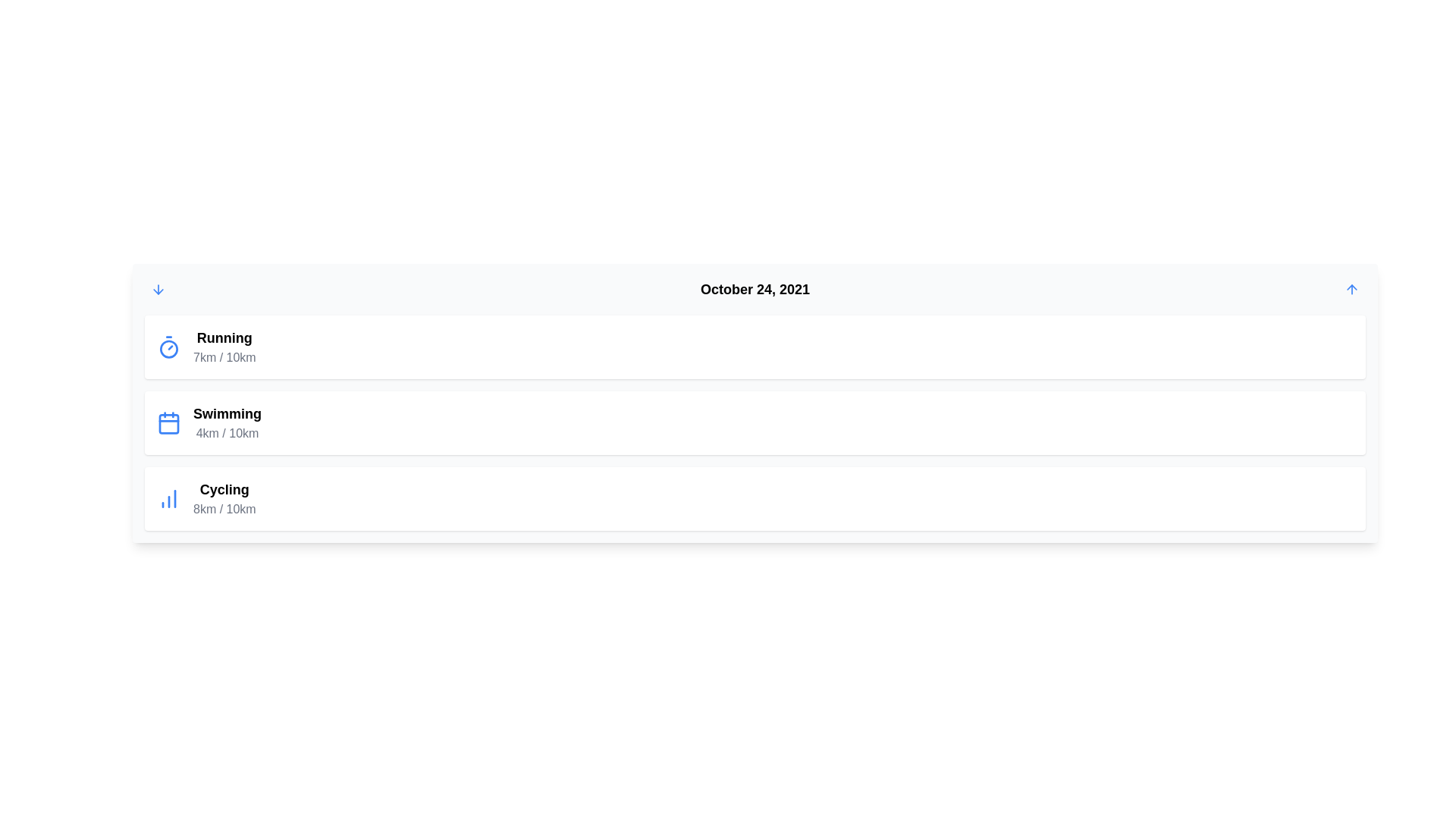 Image resolution: width=1456 pixels, height=819 pixels. Describe the element at coordinates (158, 289) in the screenshot. I see `the button located in the top-left corner of the section labeled 'October 24, 2021'` at that location.